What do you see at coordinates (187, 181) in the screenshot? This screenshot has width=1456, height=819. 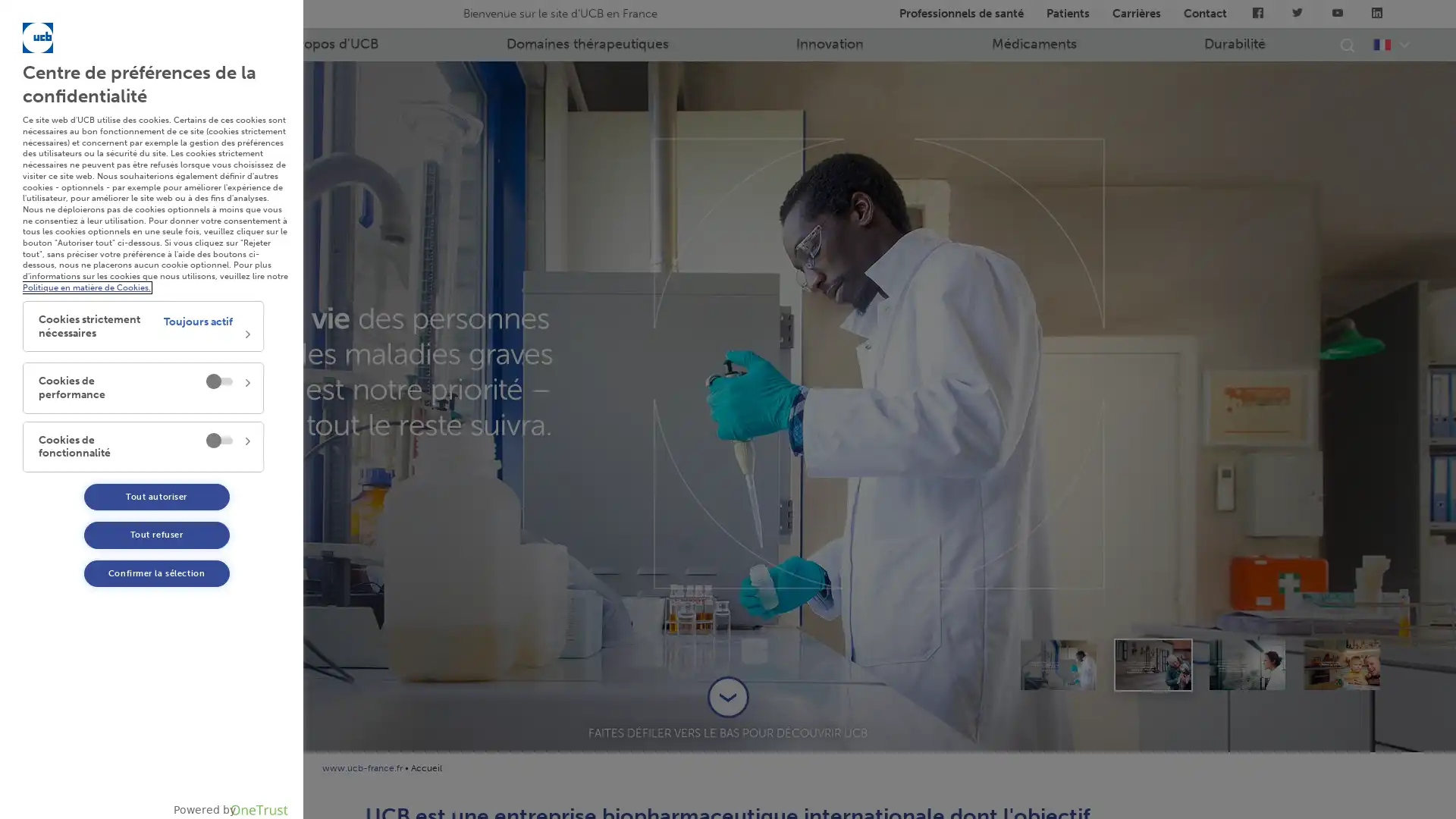 I see `Apply` at bounding box center [187, 181].